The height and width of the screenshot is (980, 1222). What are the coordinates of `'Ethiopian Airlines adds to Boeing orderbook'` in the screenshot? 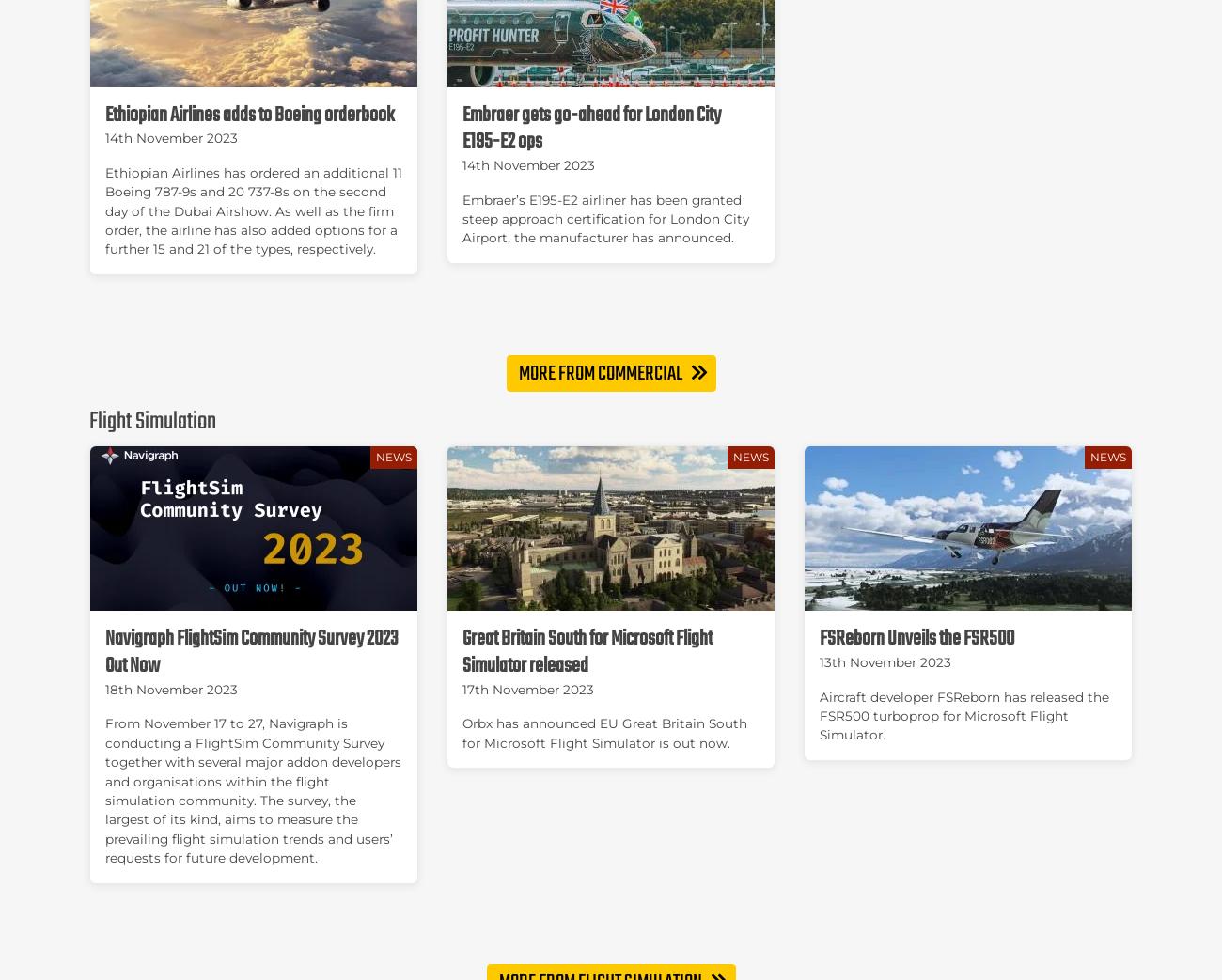 It's located at (248, 115).